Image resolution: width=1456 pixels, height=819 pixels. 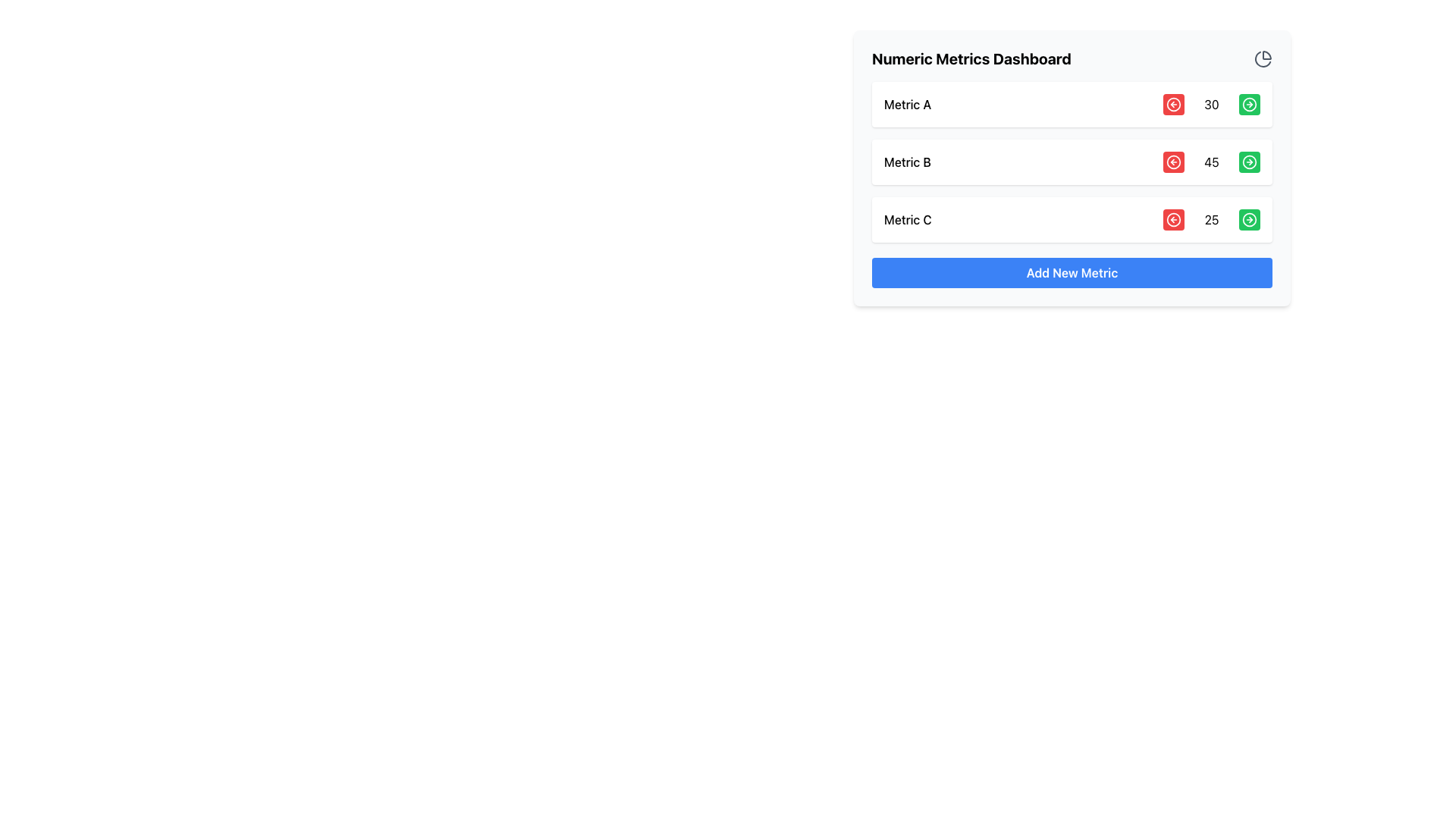 What do you see at coordinates (1249, 162) in the screenshot?
I see `the green button with a white arrow icon located beside the number '45'` at bounding box center [1249, 162].